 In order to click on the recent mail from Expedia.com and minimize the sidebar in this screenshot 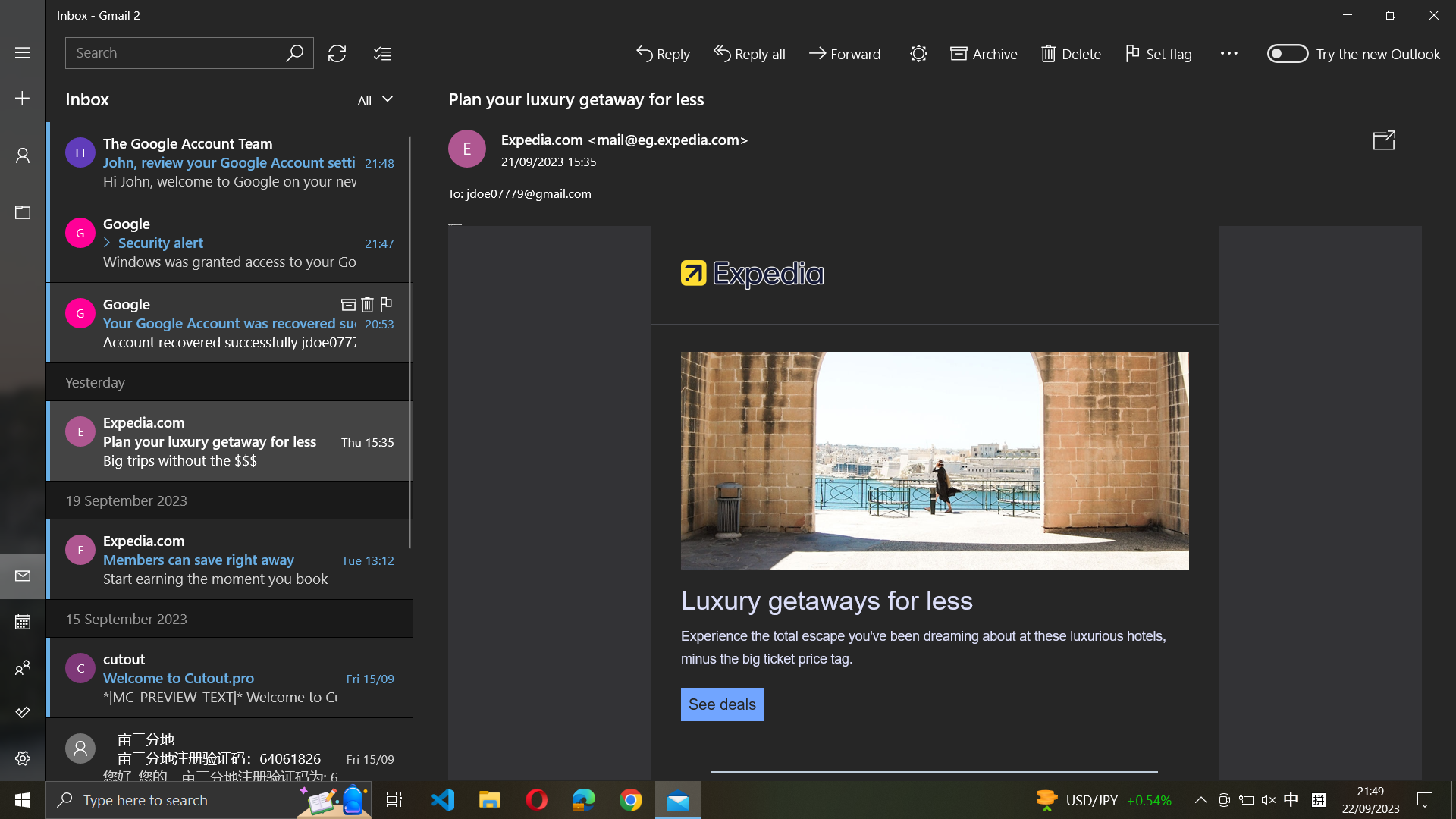, I will do `click(227, 439)`.